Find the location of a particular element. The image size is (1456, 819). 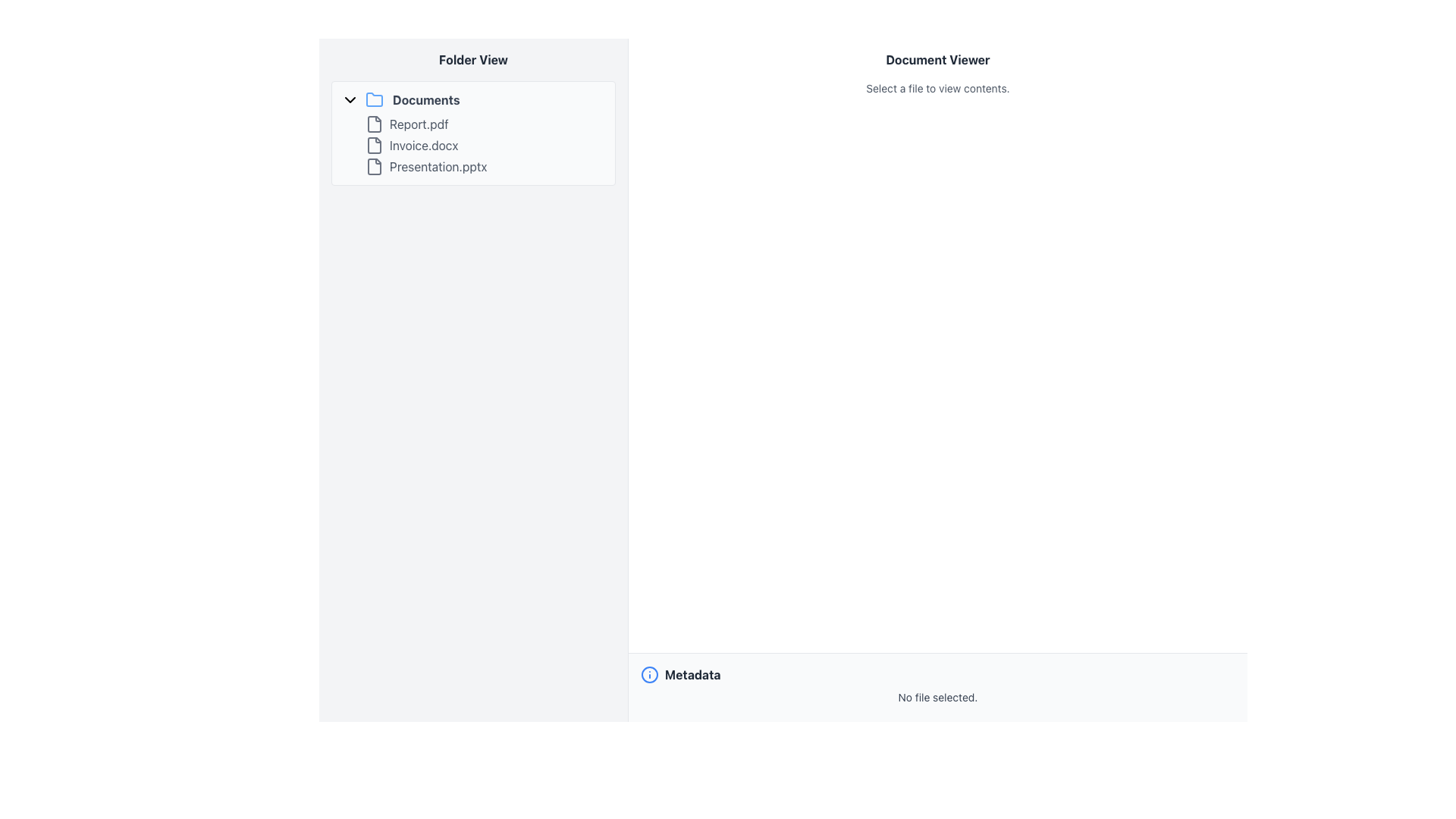

the File icon representing the PDF document titled 'Report.pdf' located in the 'Documents' section of the 'Folder View' pane is located at coordinates (375, 124).